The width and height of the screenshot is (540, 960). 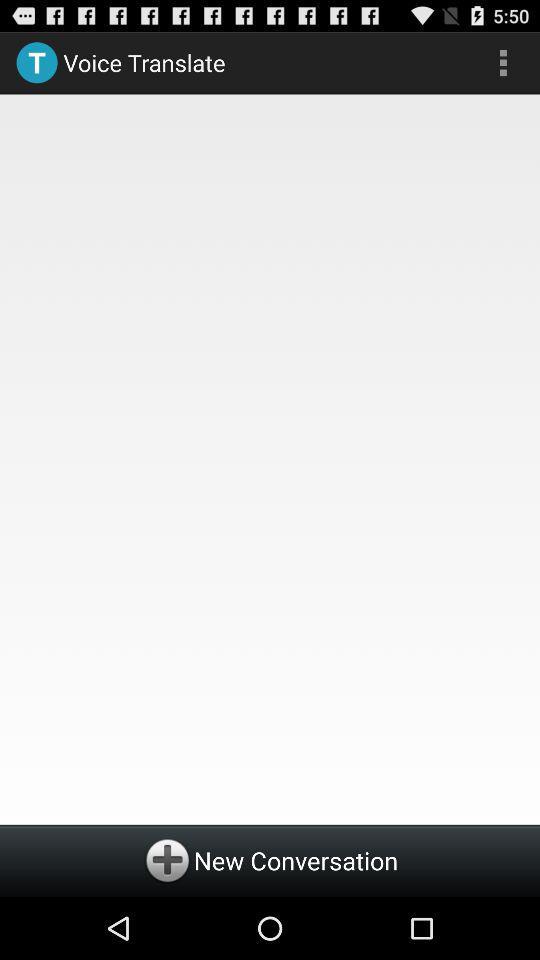 What do you see at coordinates (502, 62) in the screenshot?
I see `the item to the right of the voice translate item` at bounding box center [502, 62].